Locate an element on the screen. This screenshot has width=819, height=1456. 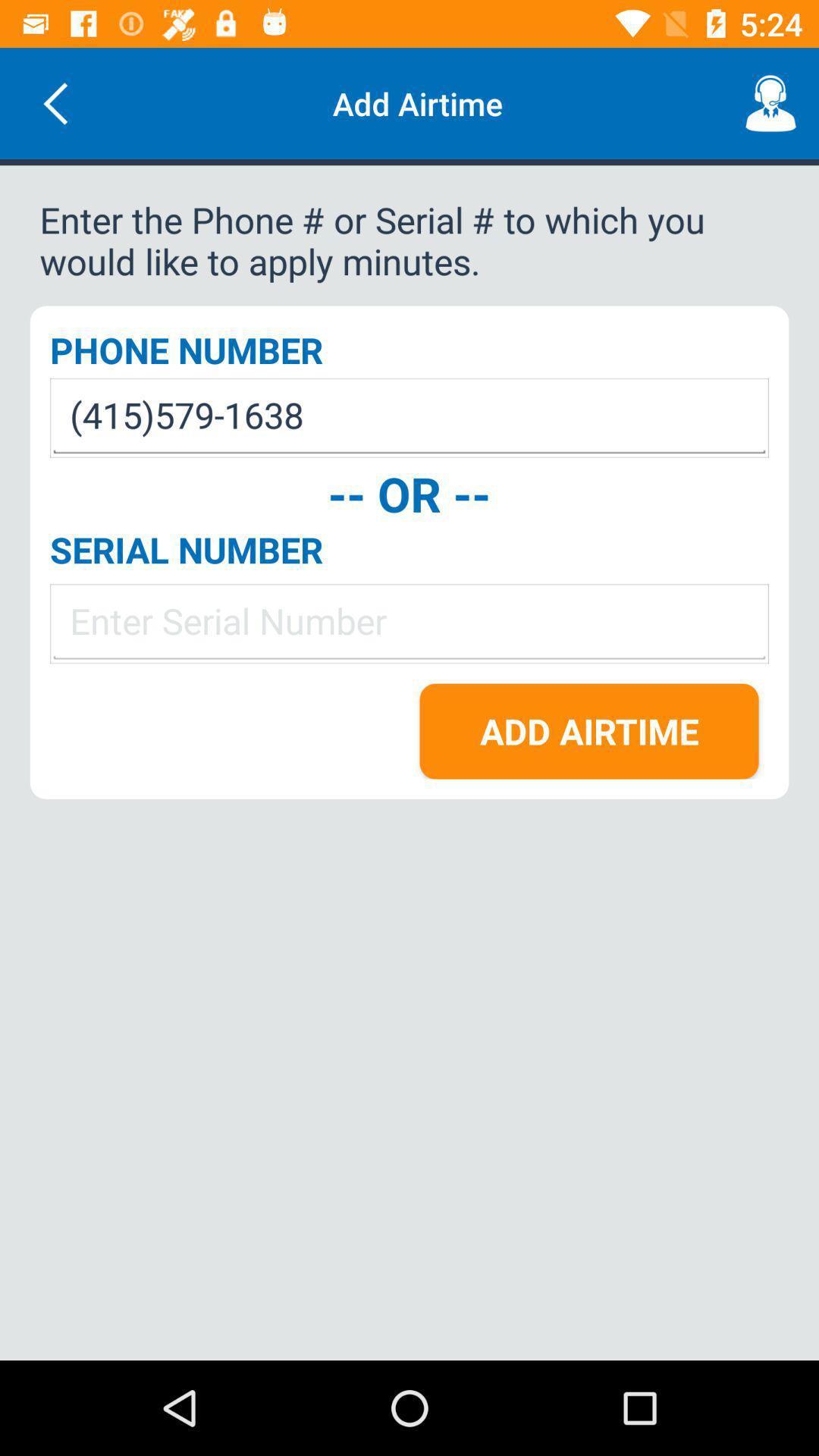
(415)579-1638 is located at coordinates (409, 418).